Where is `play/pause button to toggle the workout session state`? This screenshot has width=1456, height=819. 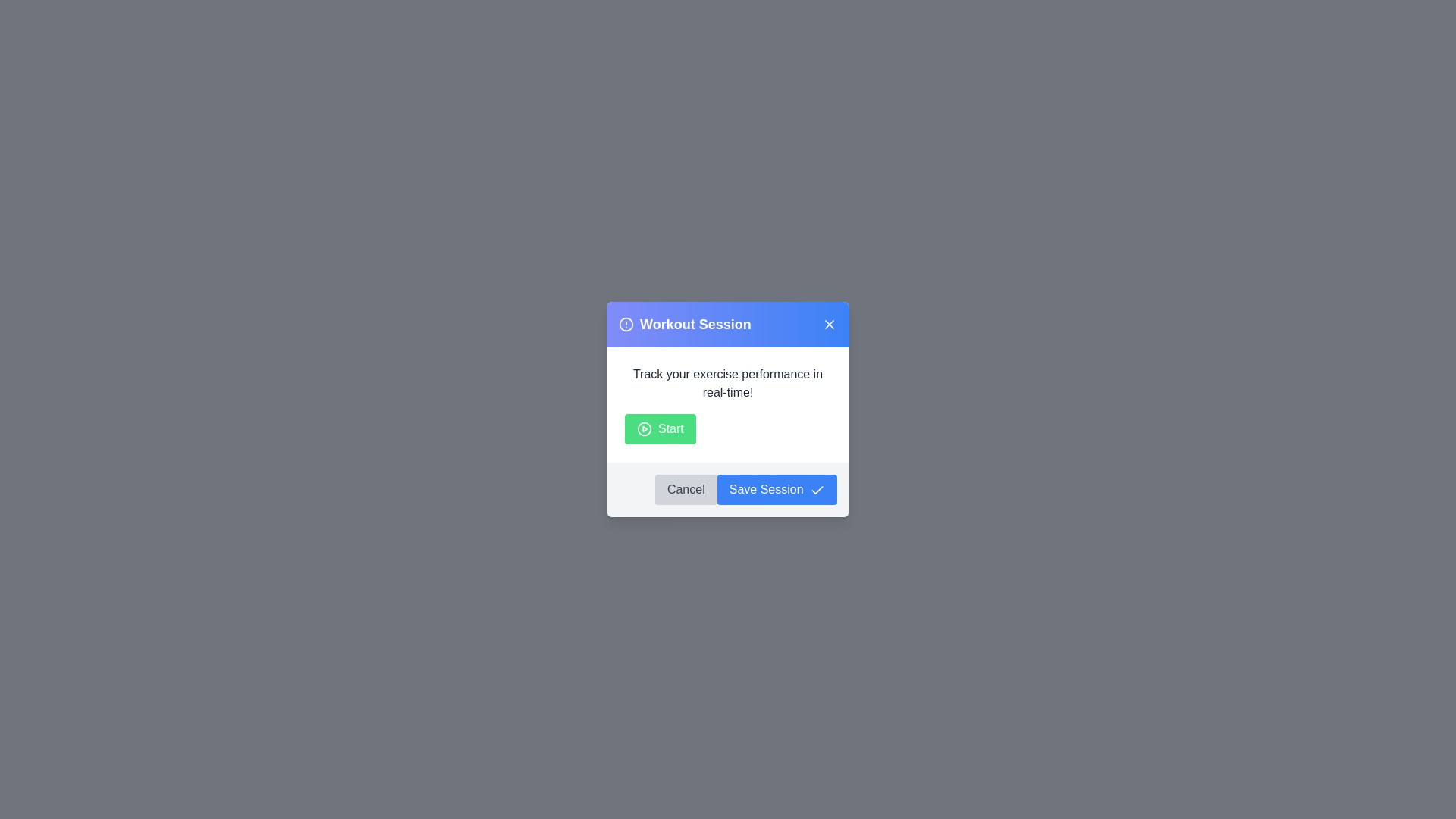 play/pause button to toggle the workout session state is located at coordinates (659, 429).